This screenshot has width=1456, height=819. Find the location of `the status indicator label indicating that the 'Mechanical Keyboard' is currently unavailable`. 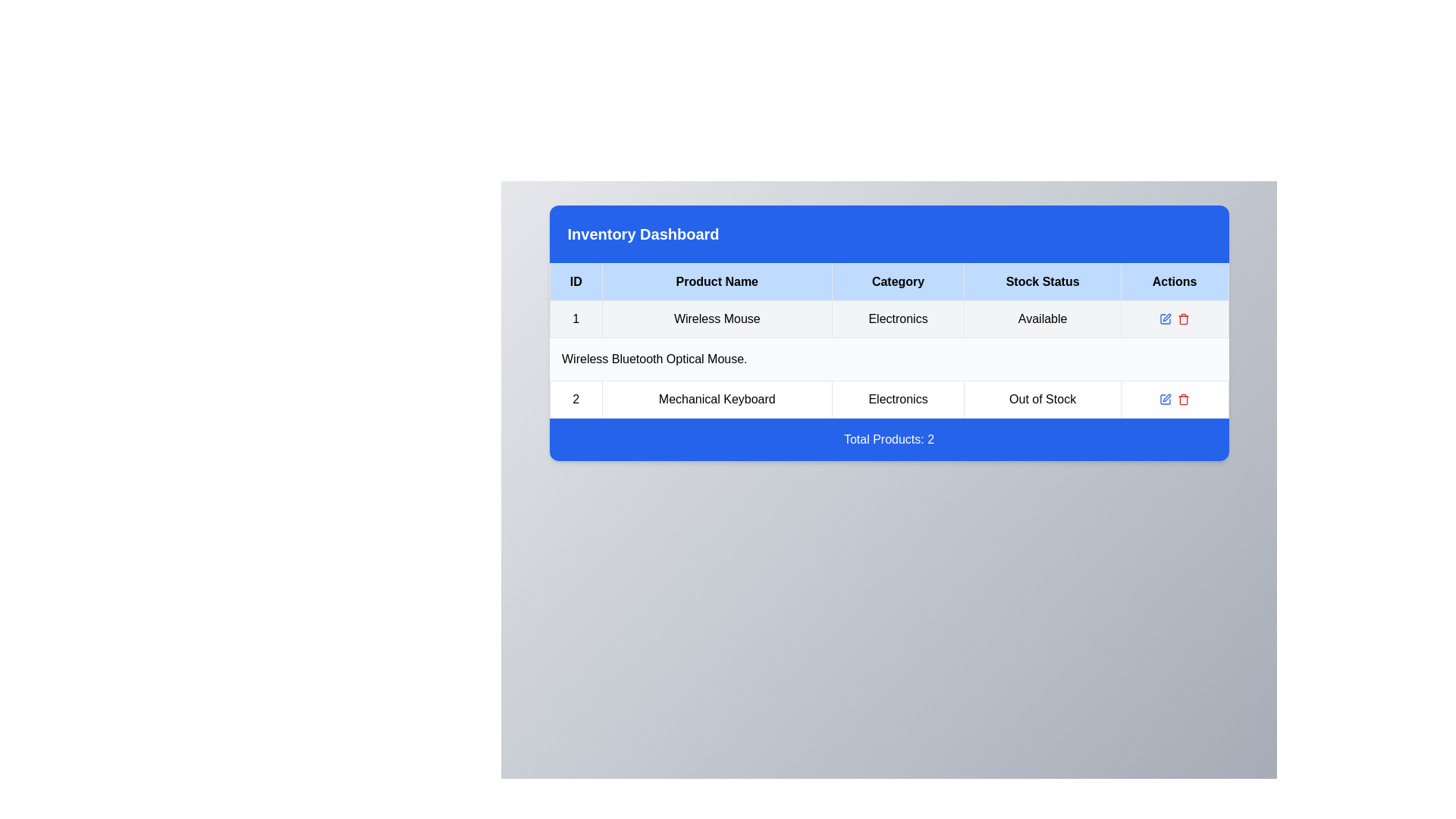

the status indicator label indicating that the 'Mechanical Keyboard' is currently unavailable is located at coordinates (1042, 399).